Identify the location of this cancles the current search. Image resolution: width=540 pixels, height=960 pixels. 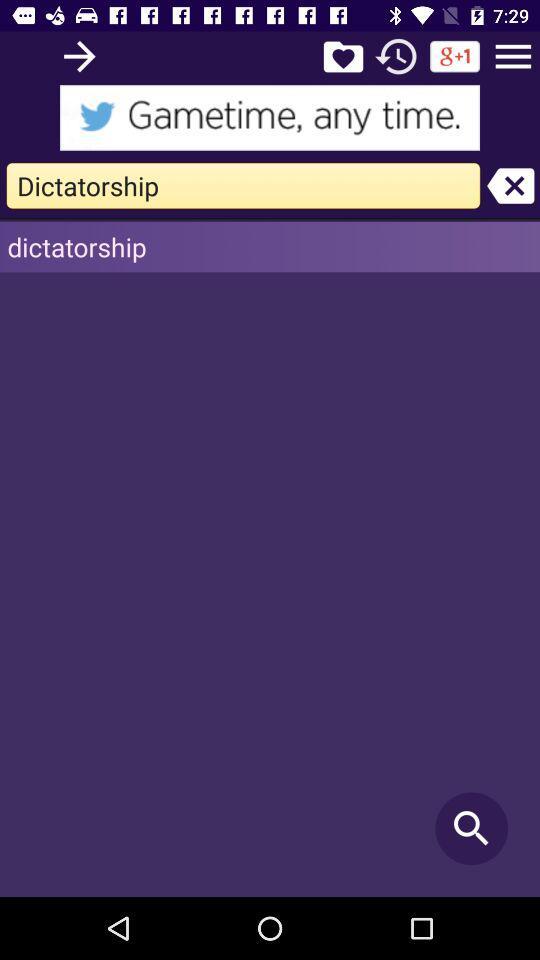
(510, 185).